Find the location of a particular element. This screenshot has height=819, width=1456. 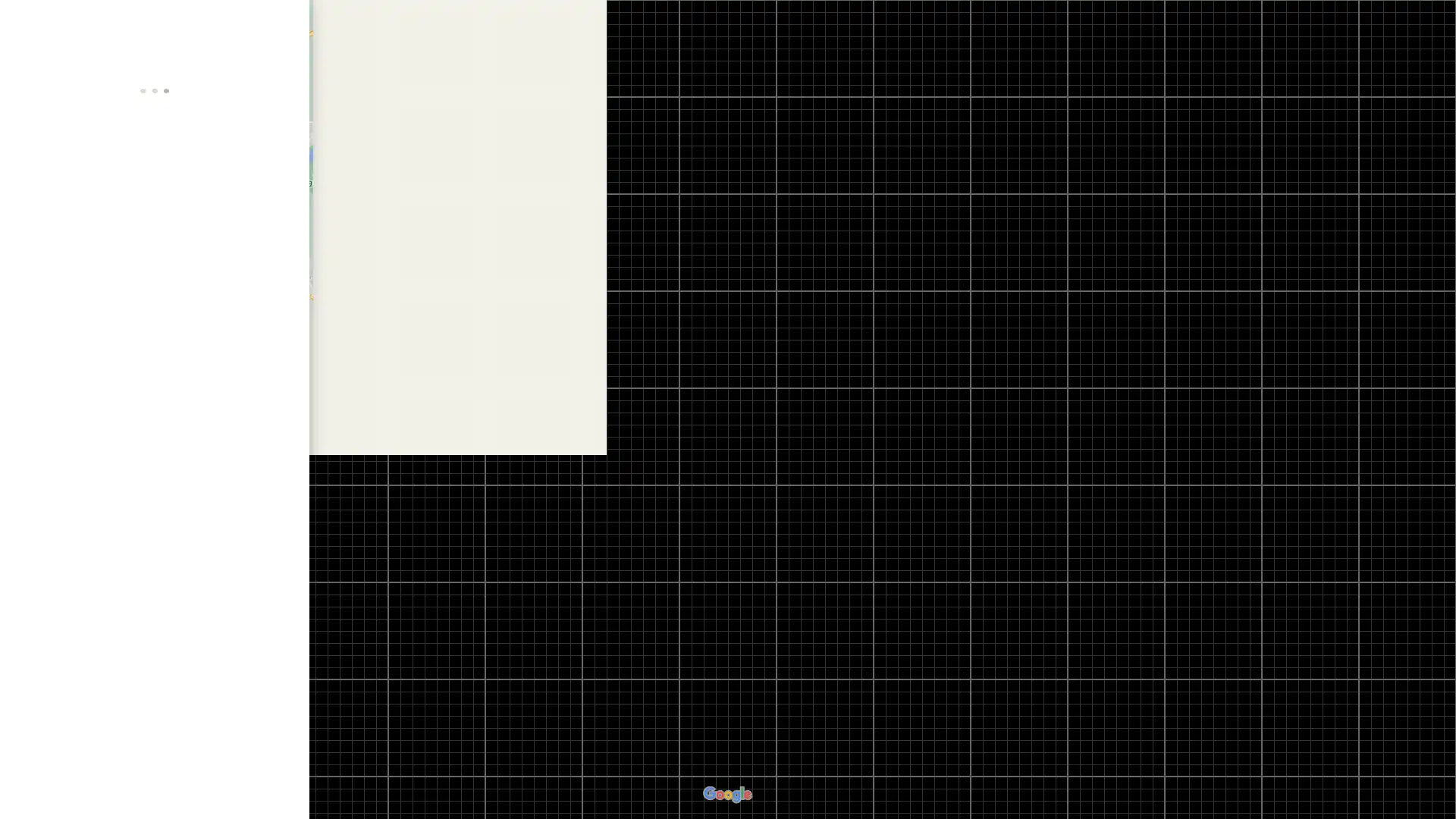

Search nearby TOVARNA.CZ, s.r.o. is located at coordinates (154, 296).